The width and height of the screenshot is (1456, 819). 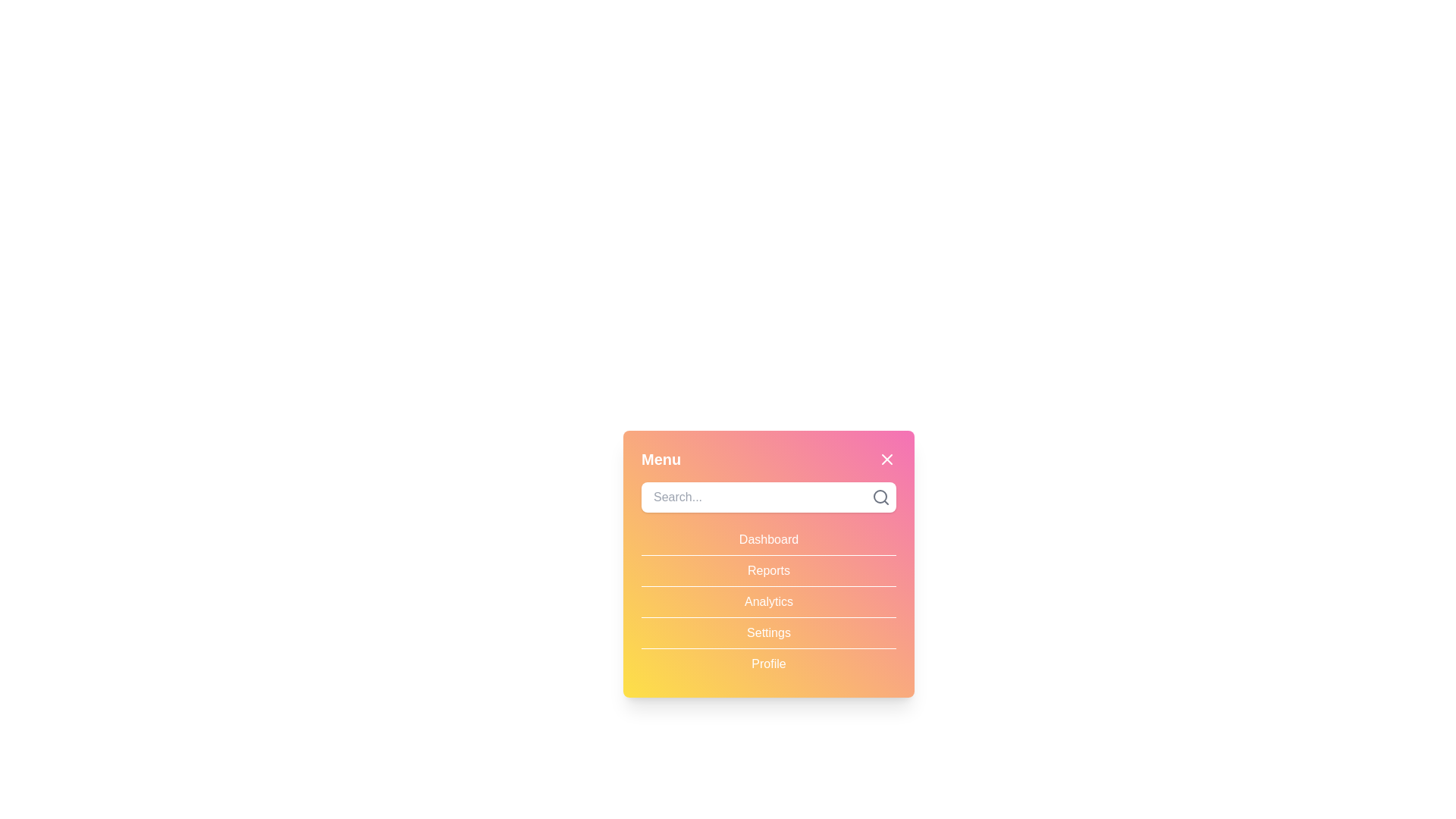 I want to click on the menu item Profile to select it, so click(x=768, y=663).